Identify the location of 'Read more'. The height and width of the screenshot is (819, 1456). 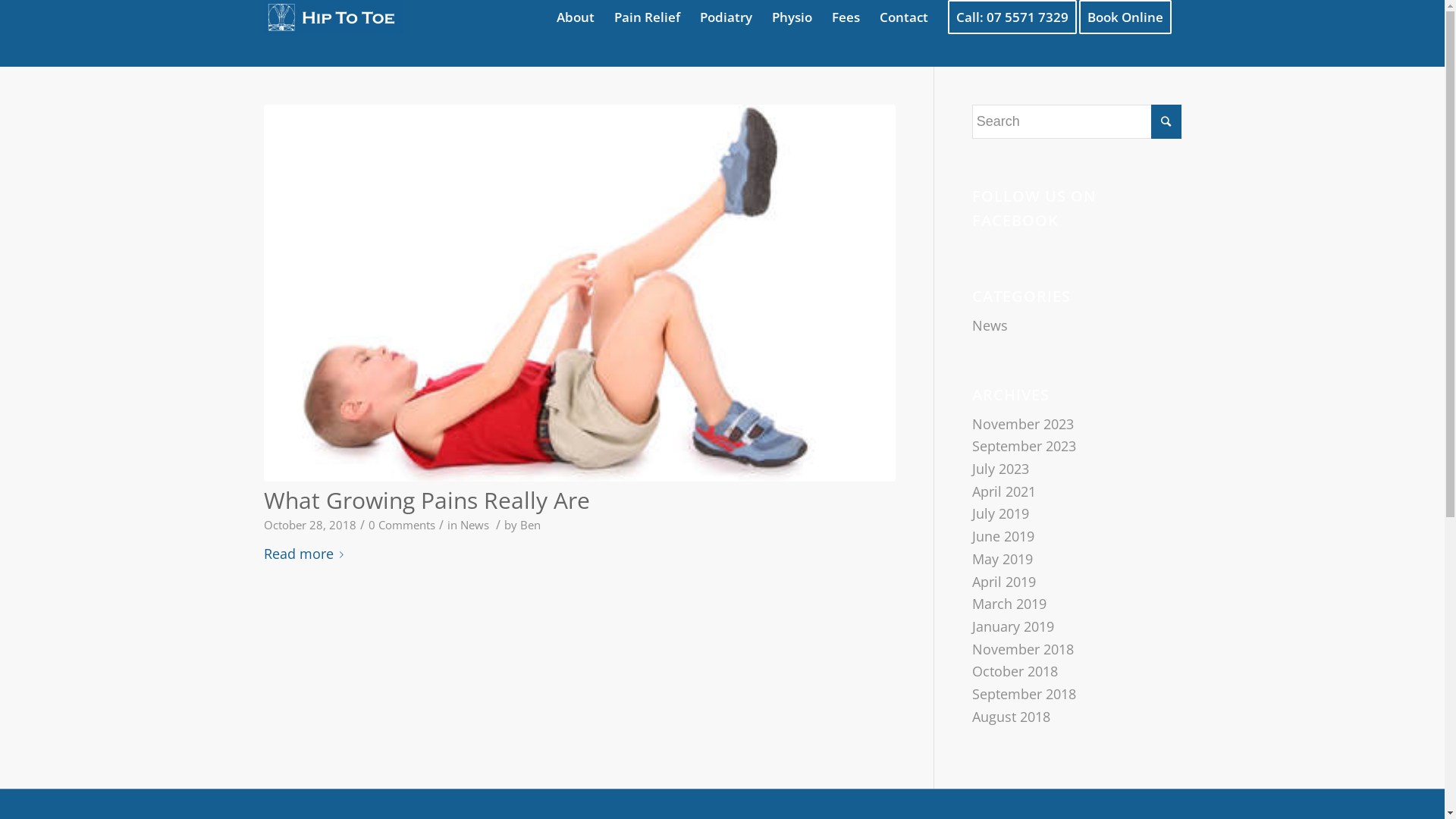
(306, 554).